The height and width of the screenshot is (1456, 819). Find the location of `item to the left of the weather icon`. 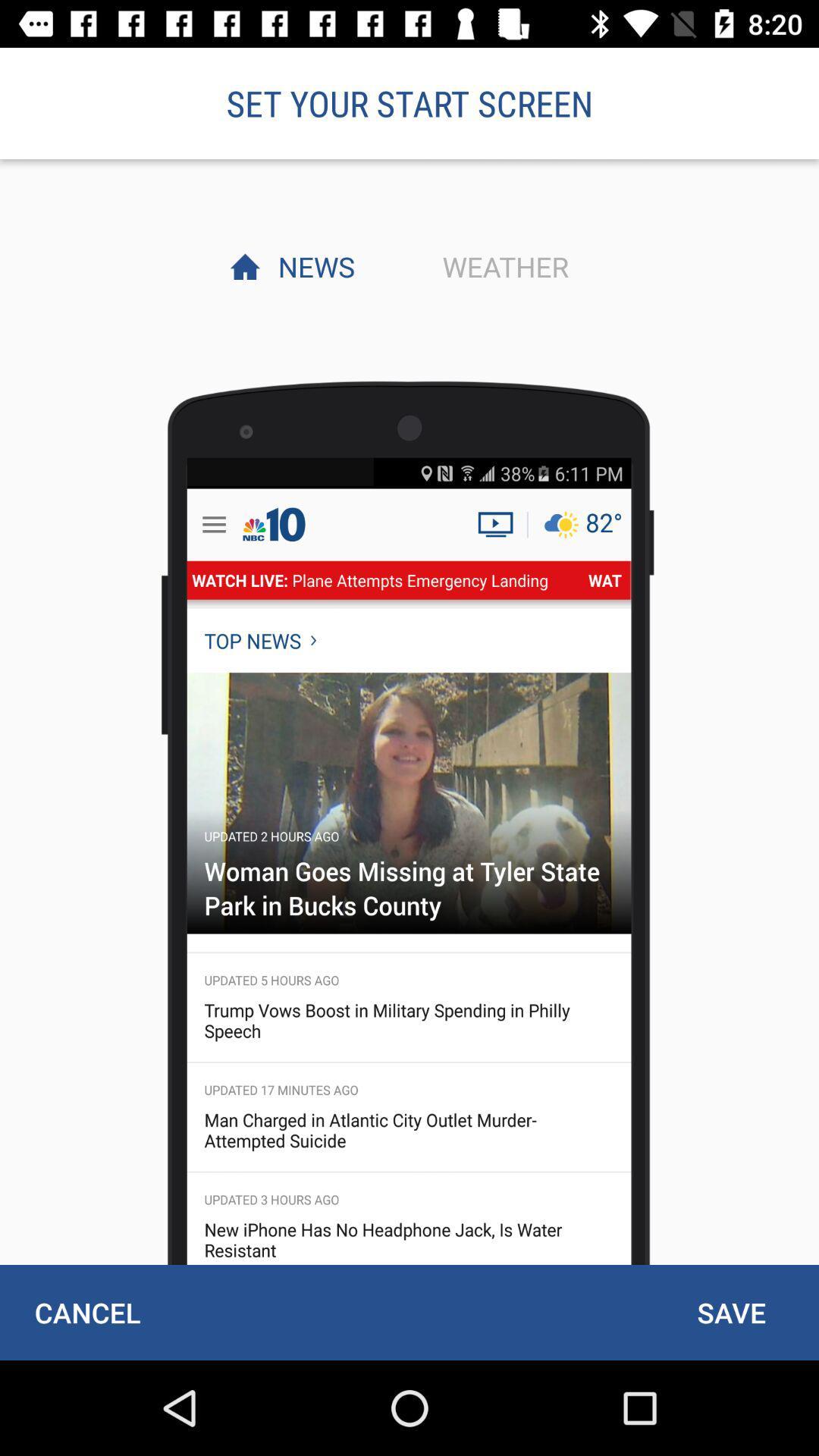

item to the left of the weather icon is located at coordinates (312, 266).